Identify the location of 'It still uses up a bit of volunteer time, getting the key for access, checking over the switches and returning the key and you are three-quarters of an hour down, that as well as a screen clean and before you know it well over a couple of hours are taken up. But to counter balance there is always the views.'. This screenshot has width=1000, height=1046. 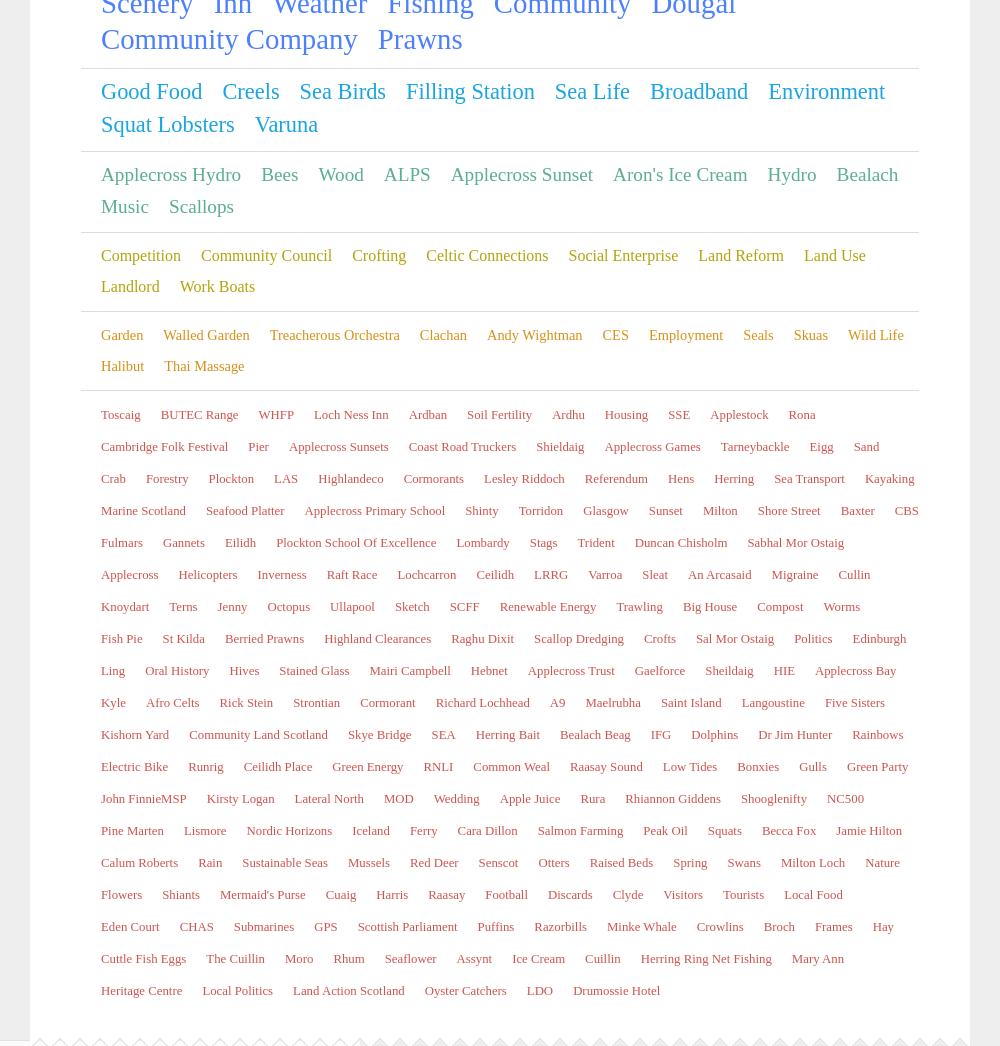
(335, 612).